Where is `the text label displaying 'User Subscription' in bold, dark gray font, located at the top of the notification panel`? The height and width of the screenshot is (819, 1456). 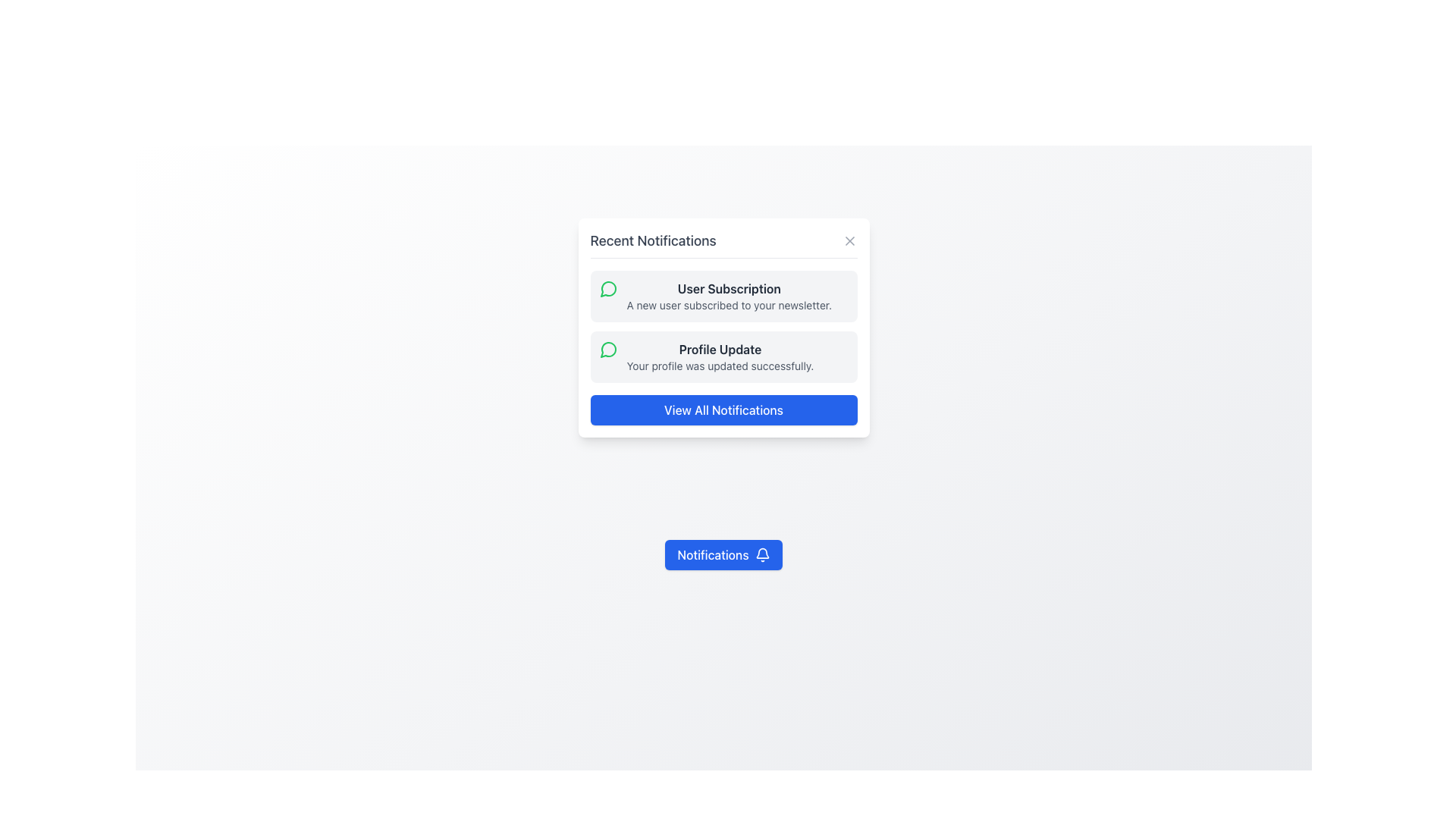 the text label displaying 'User Subscription' in bold, dark gray font, located at the top of the notification panel is located at coordinates (729, 289).